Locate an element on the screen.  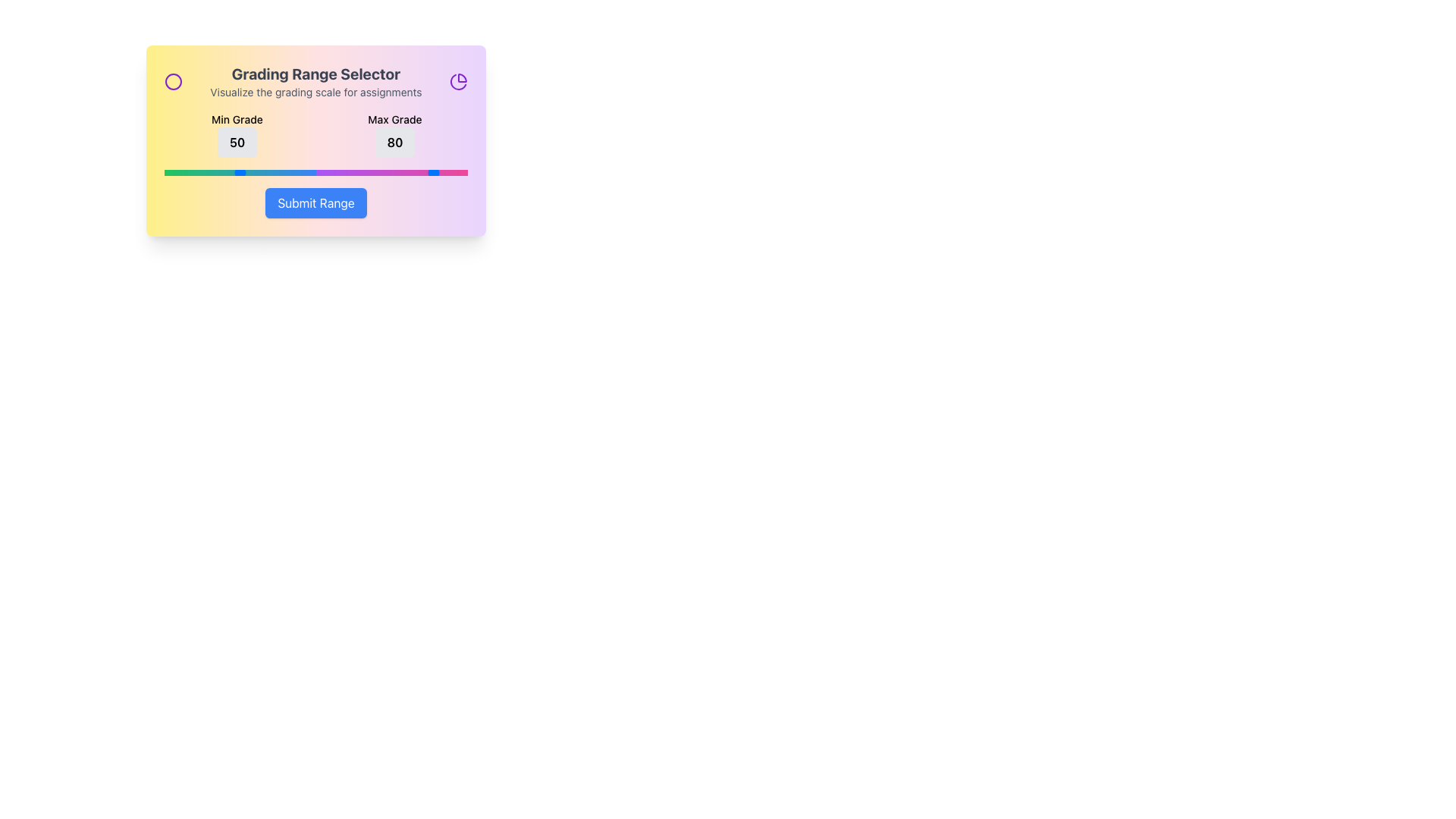
the slider value is located at coordinates (358, 171).